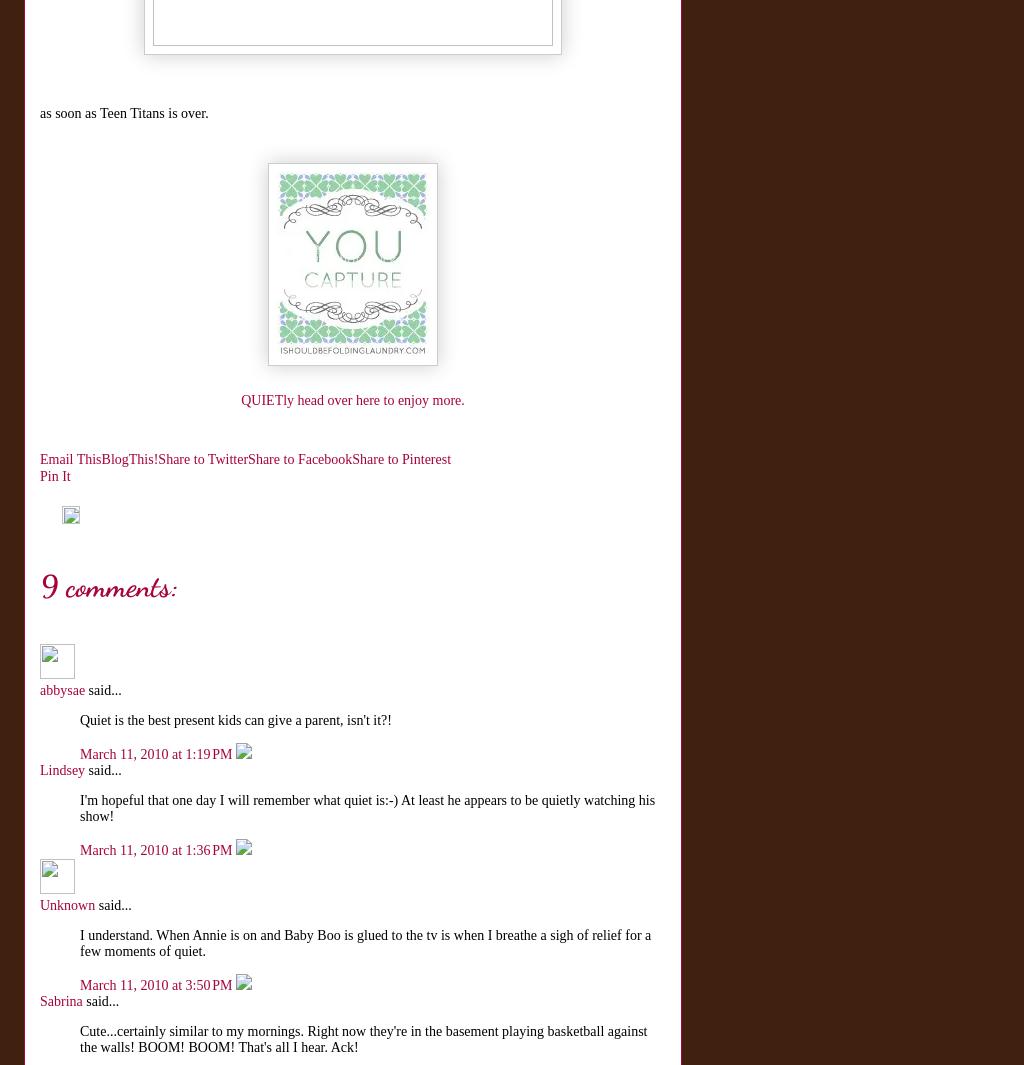 Image resolution: width=1024 pixels, height=1065 pixels. Describe the element at coordinates (124, 111) in the screenshot. I see `'as soon as Teen Titans is over.'` at that location.